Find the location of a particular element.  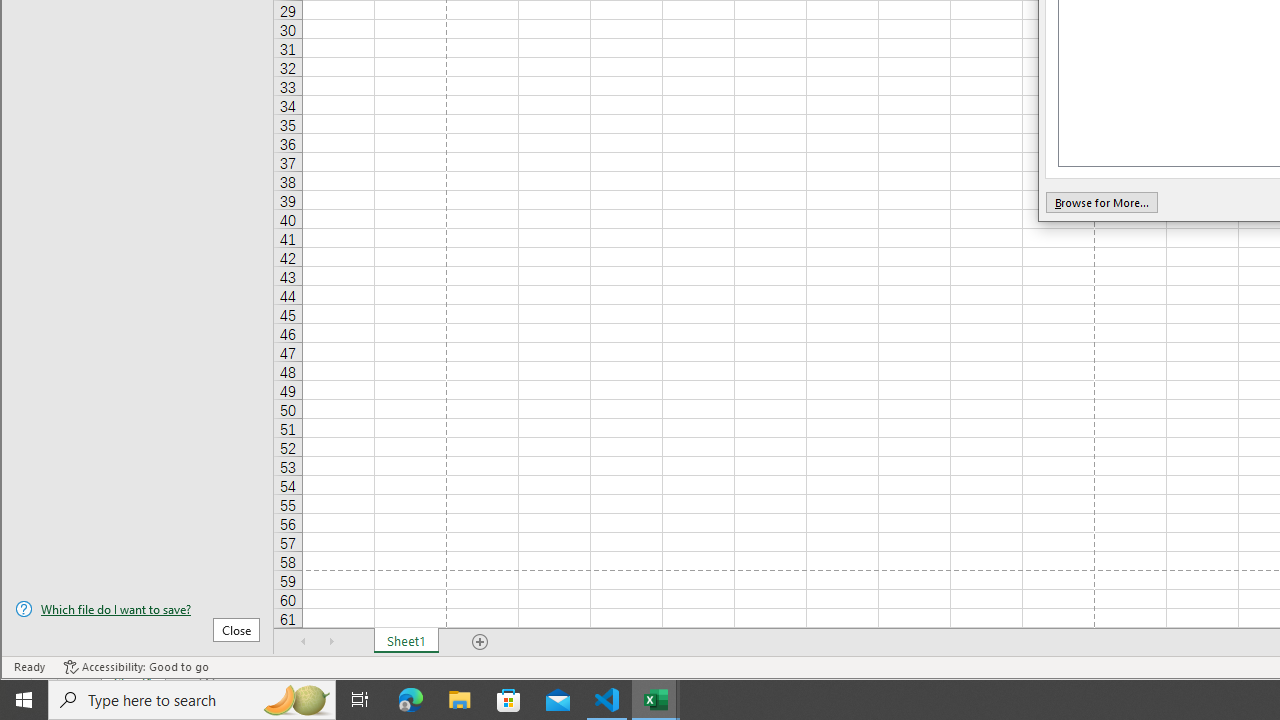

'Microsoft Edge' is located at coordinates (410, 698).